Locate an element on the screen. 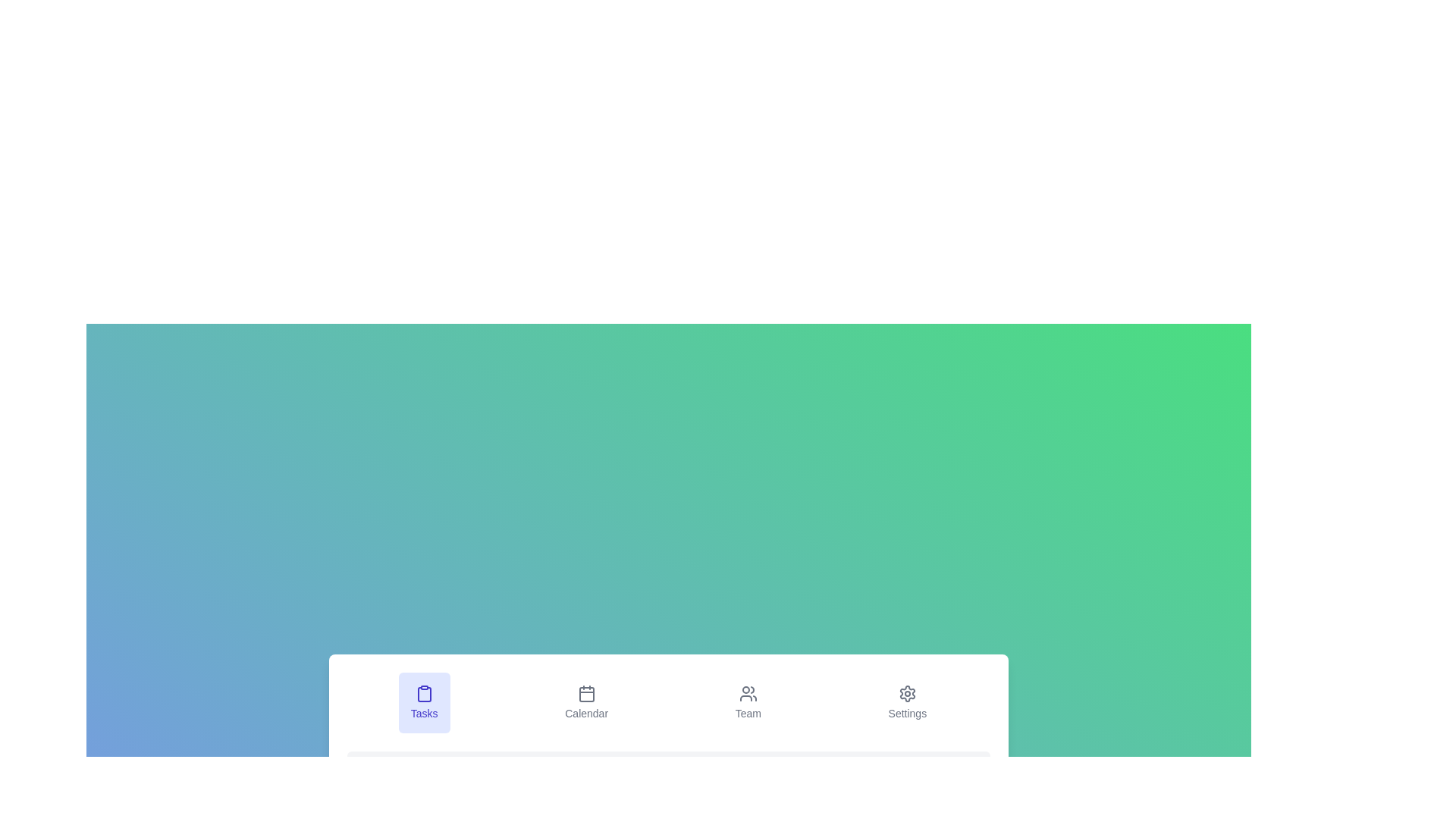 The height and width of the screenshot is (819, 1456). the 'Team' button, which features a gray icon of three users stacked vertically and is located in the bottom navigation bar between 'Calendar' and 'Settings' is located at coordinates (748, 702).